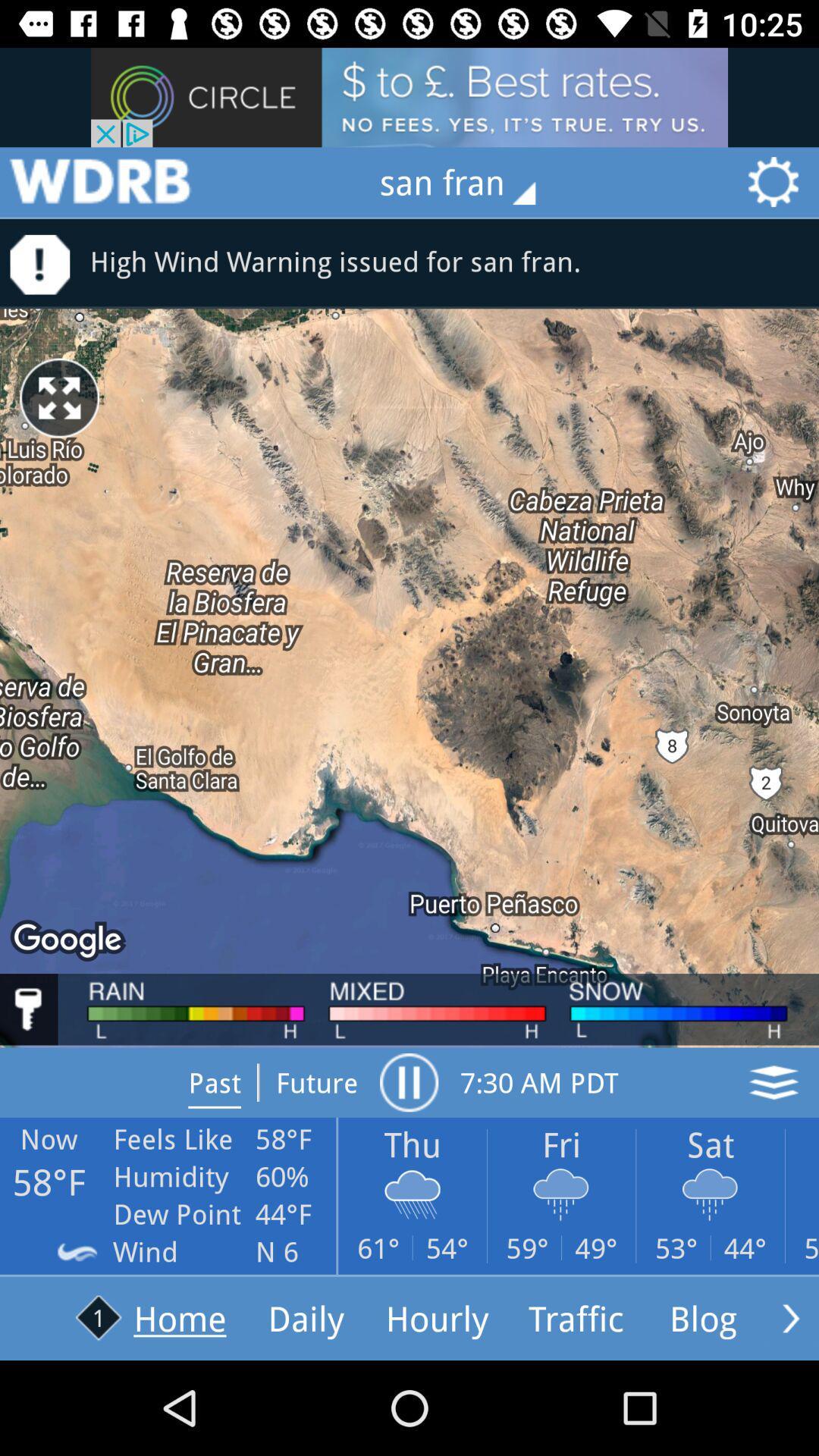 This screenshot has height=1456, width=819. I want to click on the arrow_forward icon, so click(790, 1317).